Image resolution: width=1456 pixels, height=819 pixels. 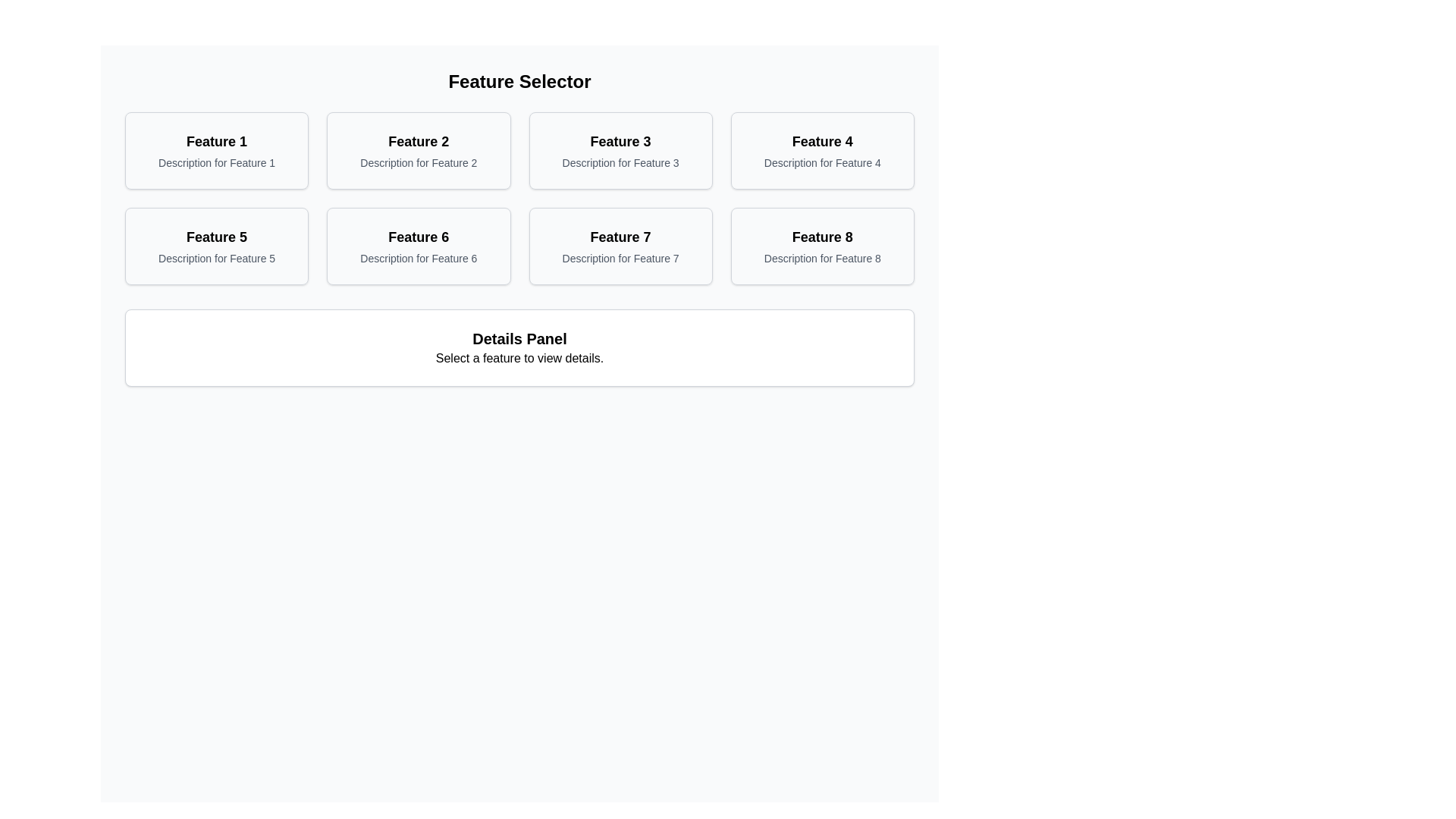 I want to click on the Informational Card highlighting 'Feature 3' located in the third column of the first row within a grid layout, so click(x=620, y=151).